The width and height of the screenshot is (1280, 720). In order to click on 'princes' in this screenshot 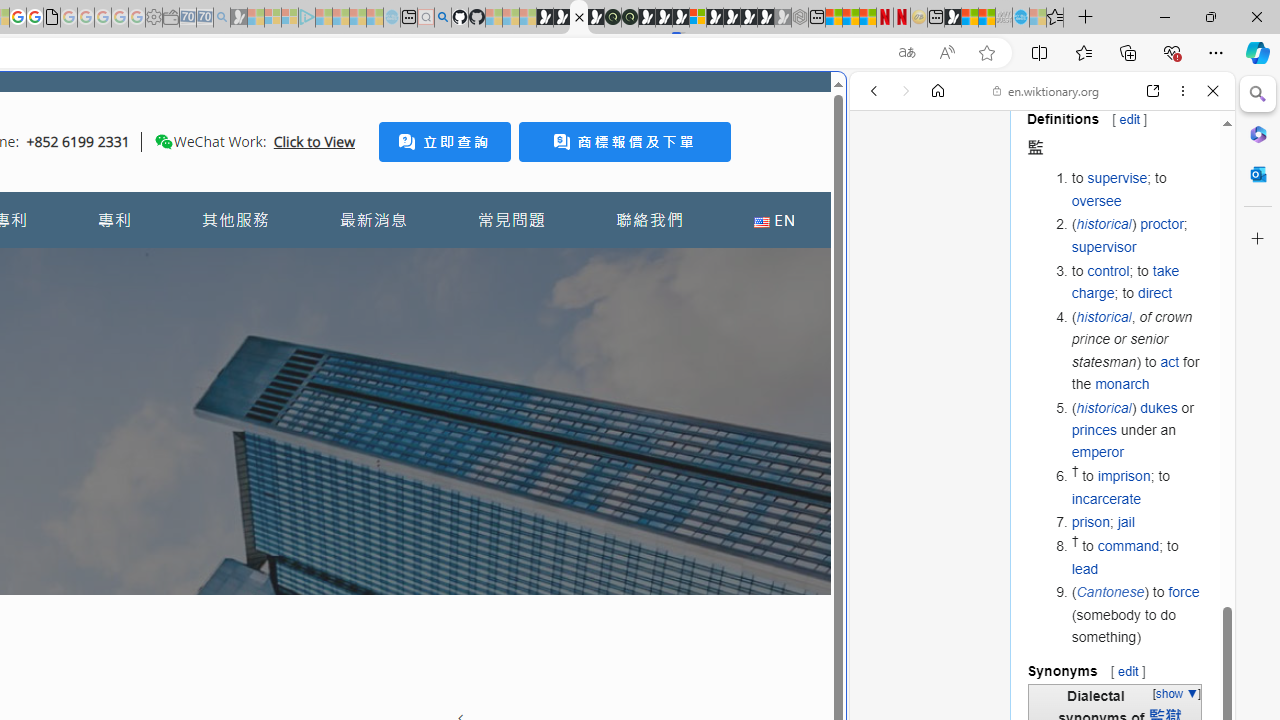, I will do `click(1093, 429)`.